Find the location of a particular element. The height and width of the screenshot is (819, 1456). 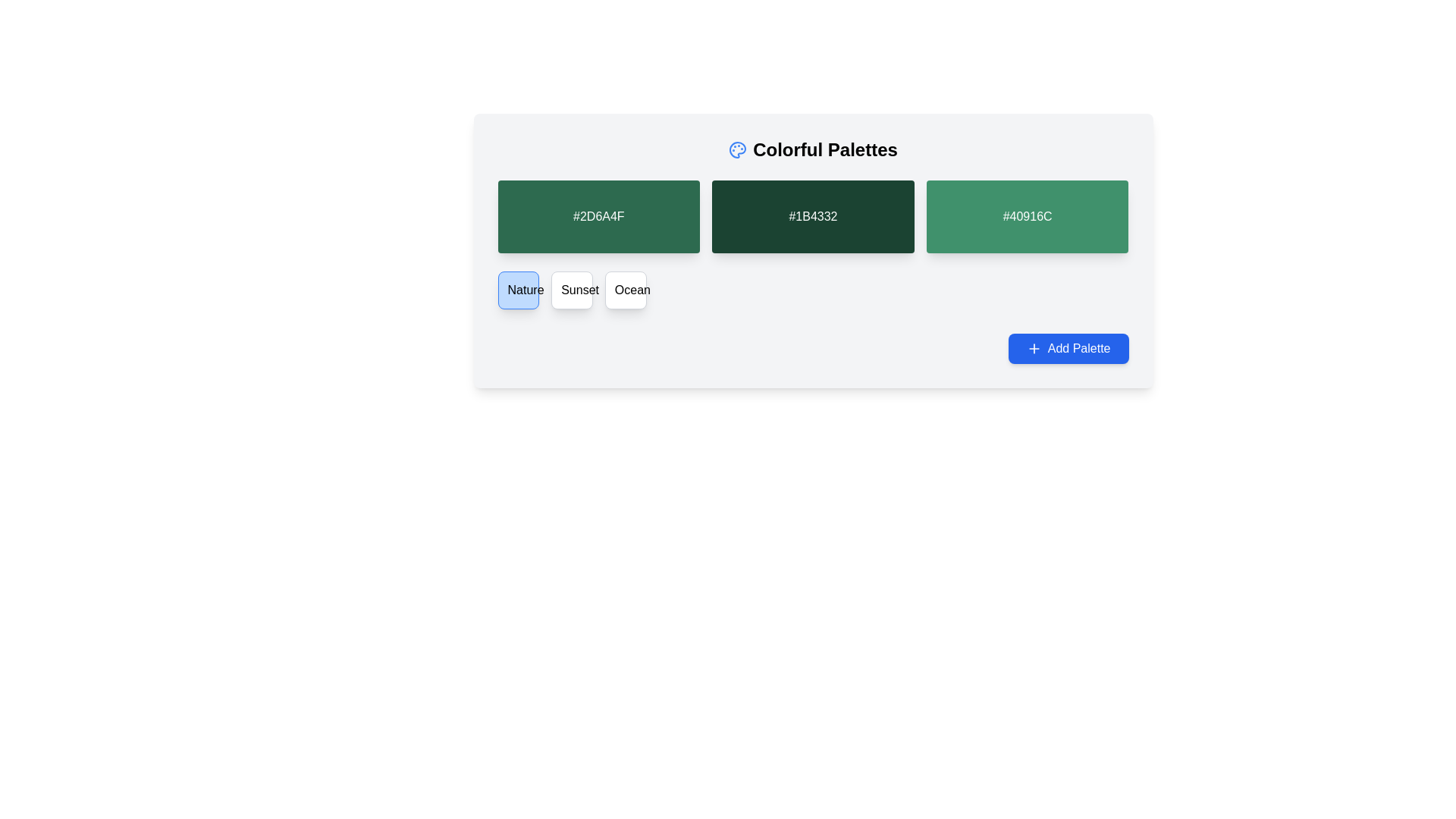

the prominent blue 'Add Palette' button with white text and a '+' icon is located at coordinates (1068, 348).